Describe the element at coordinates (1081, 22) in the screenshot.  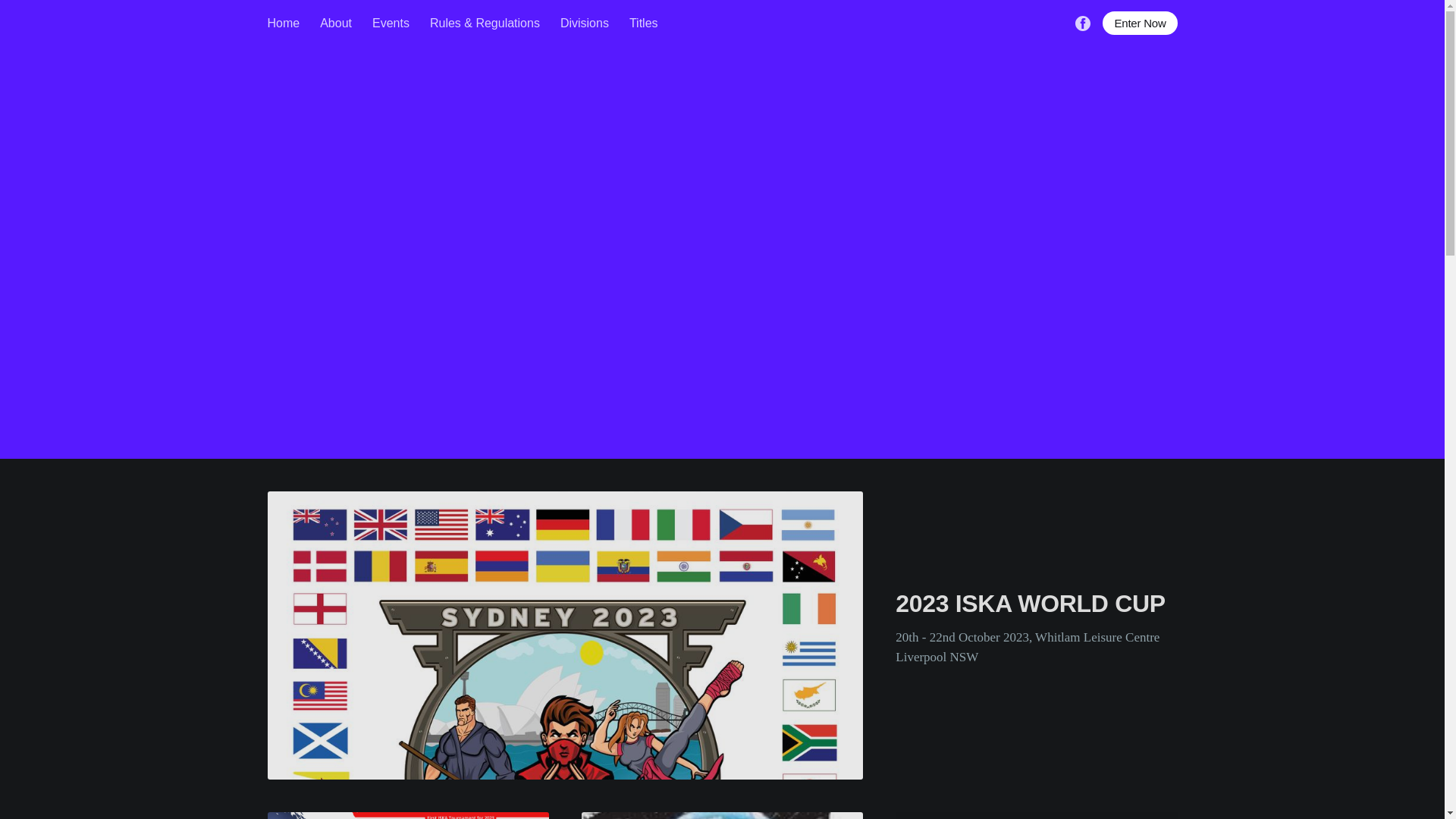
I see `'Facebook'` at that location.